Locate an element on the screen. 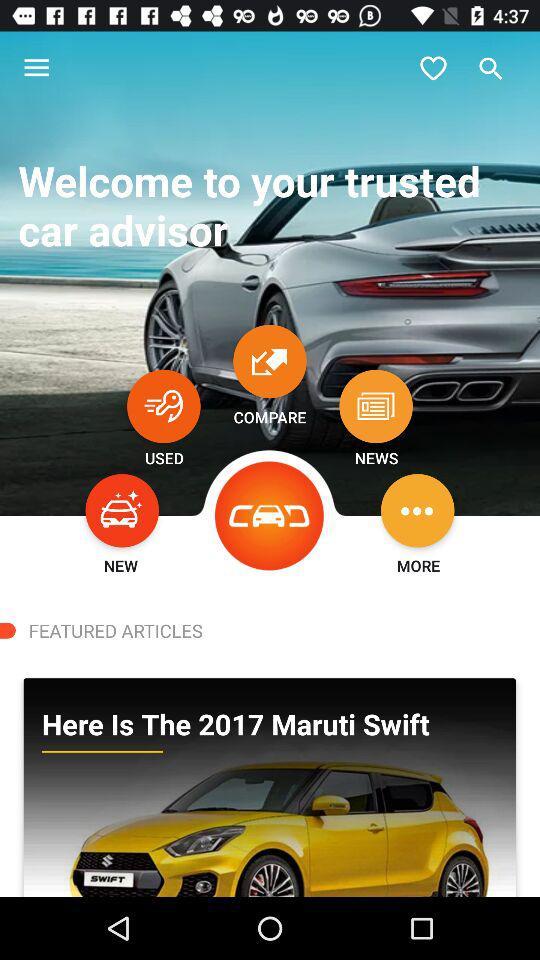 The image size is (540, 960). the item above the compare item is located at coordinates (270, 360).